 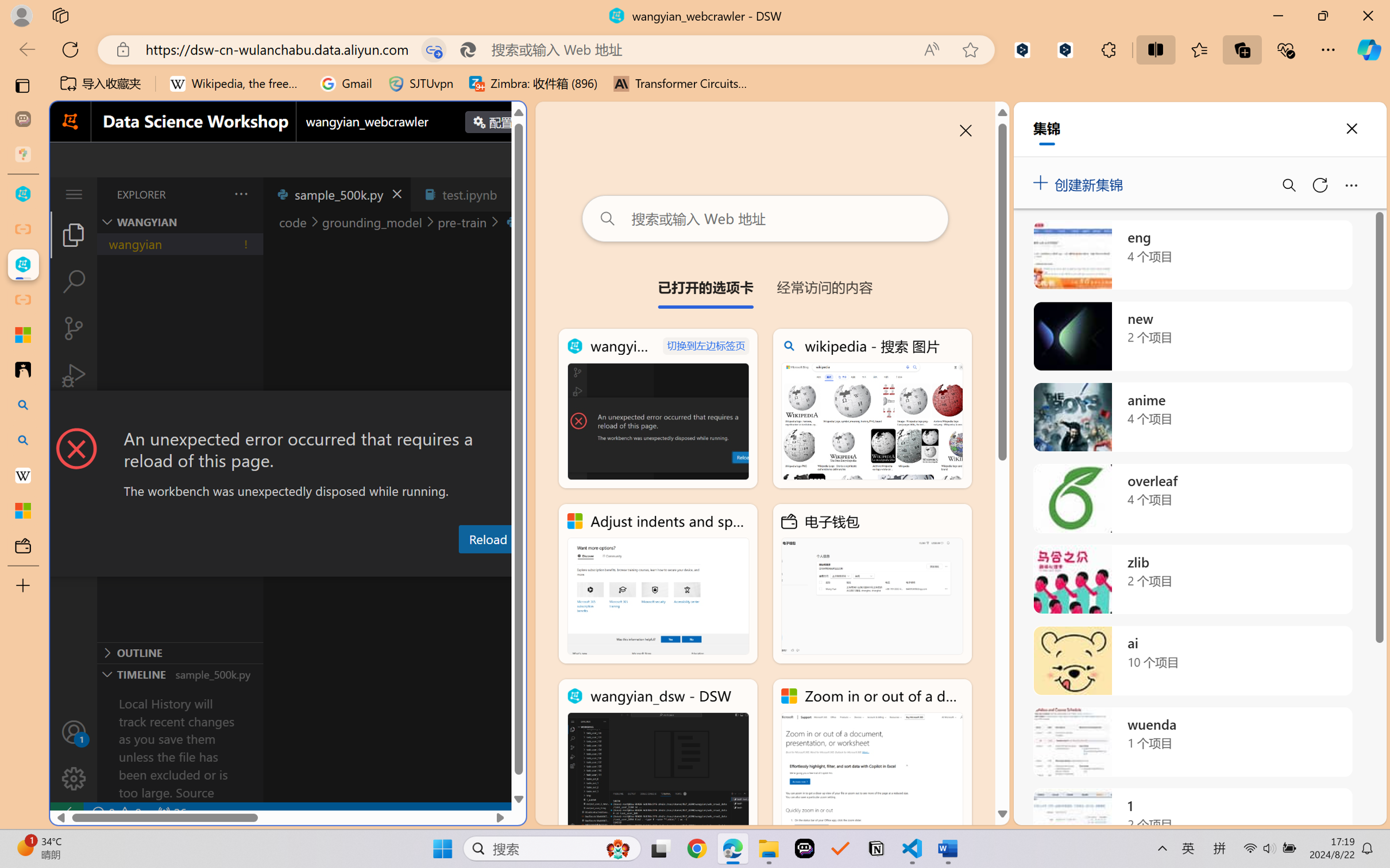 What do you see at coordinates (336, 193) in the screenshot?
I see `'sample_500k.py'` at bounding box center [336, 193].